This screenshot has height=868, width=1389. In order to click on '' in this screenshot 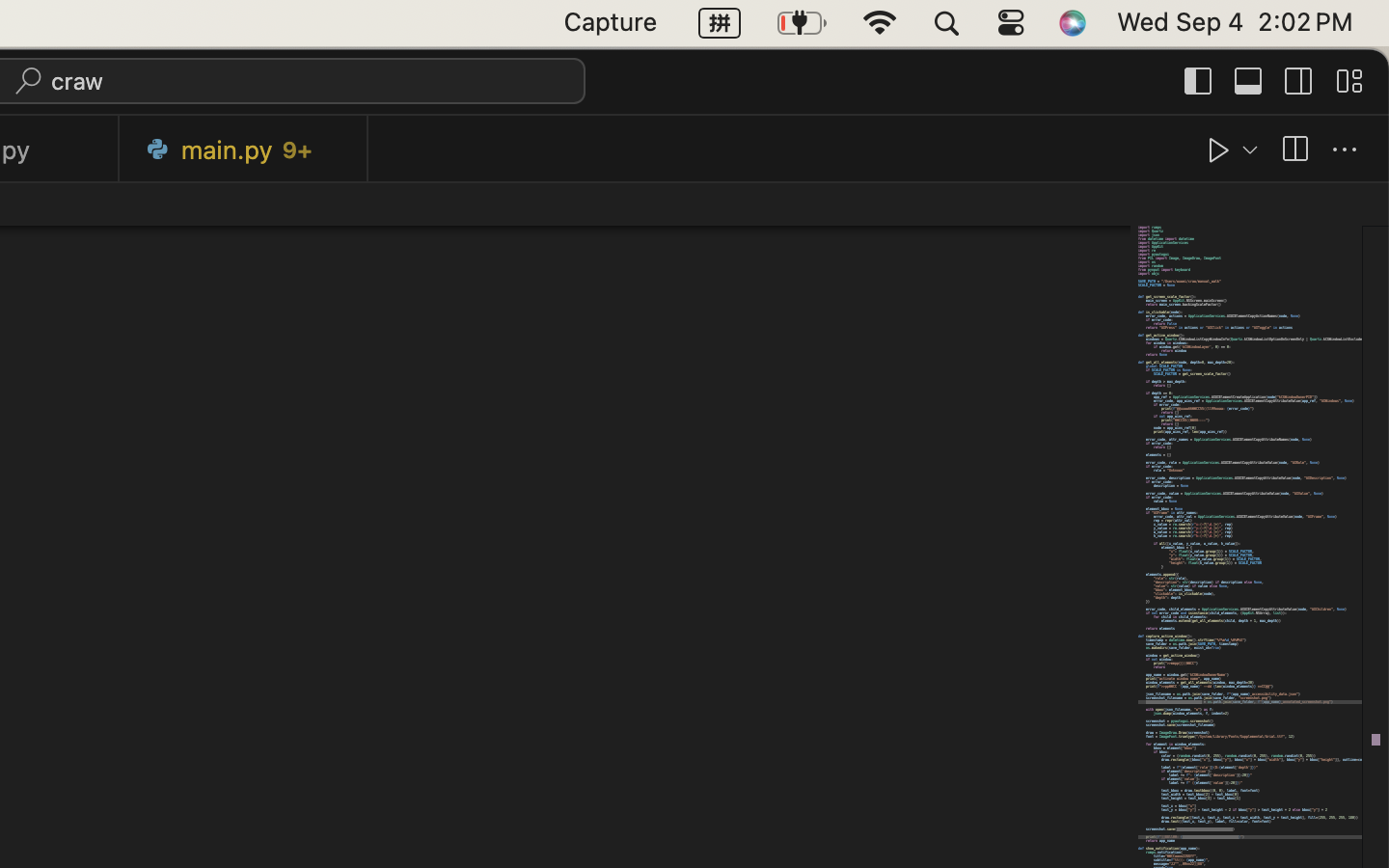, I will do `click(1348, 79)`.